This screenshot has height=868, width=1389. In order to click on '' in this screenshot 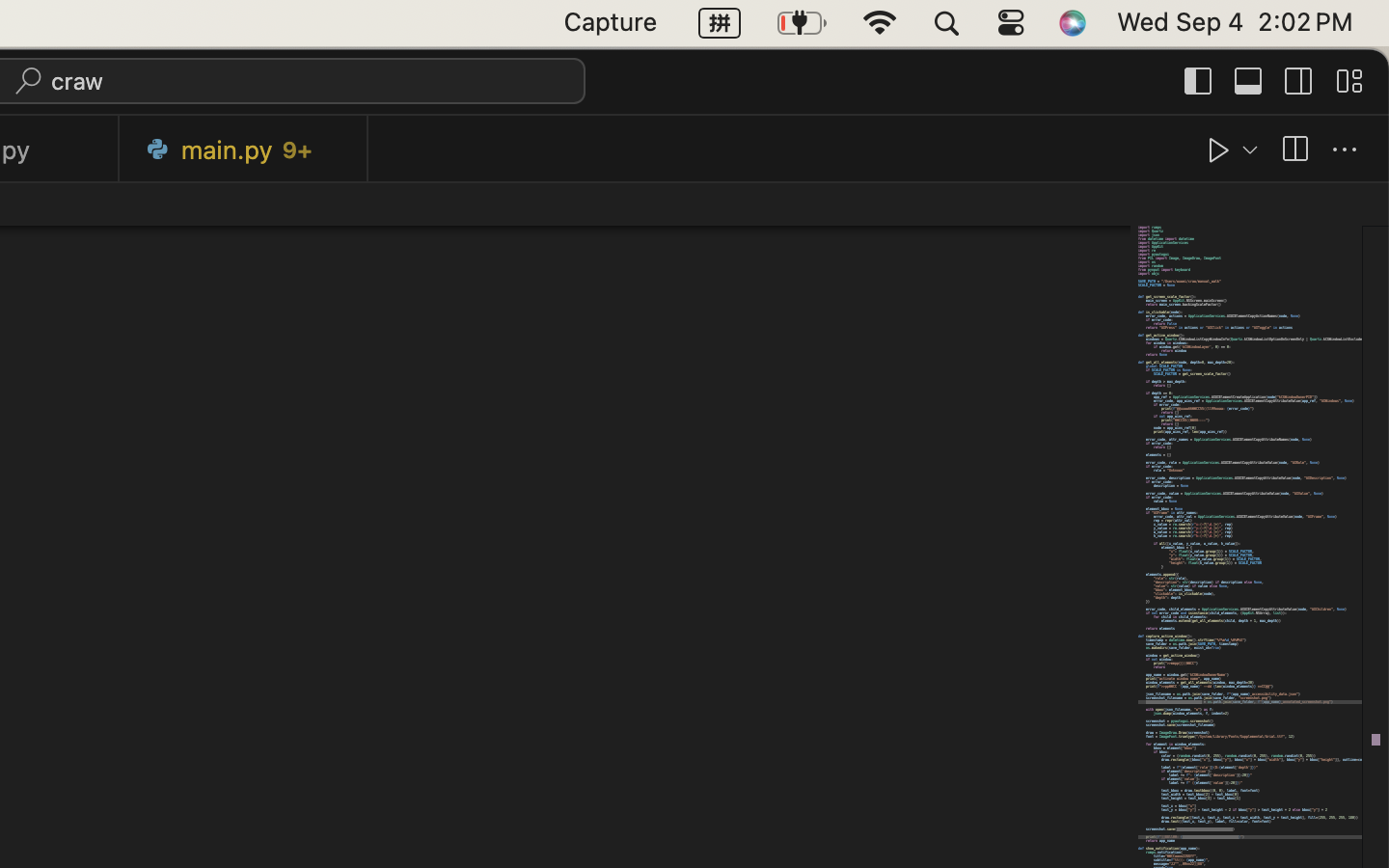, I will do `click(1348, 79)`.